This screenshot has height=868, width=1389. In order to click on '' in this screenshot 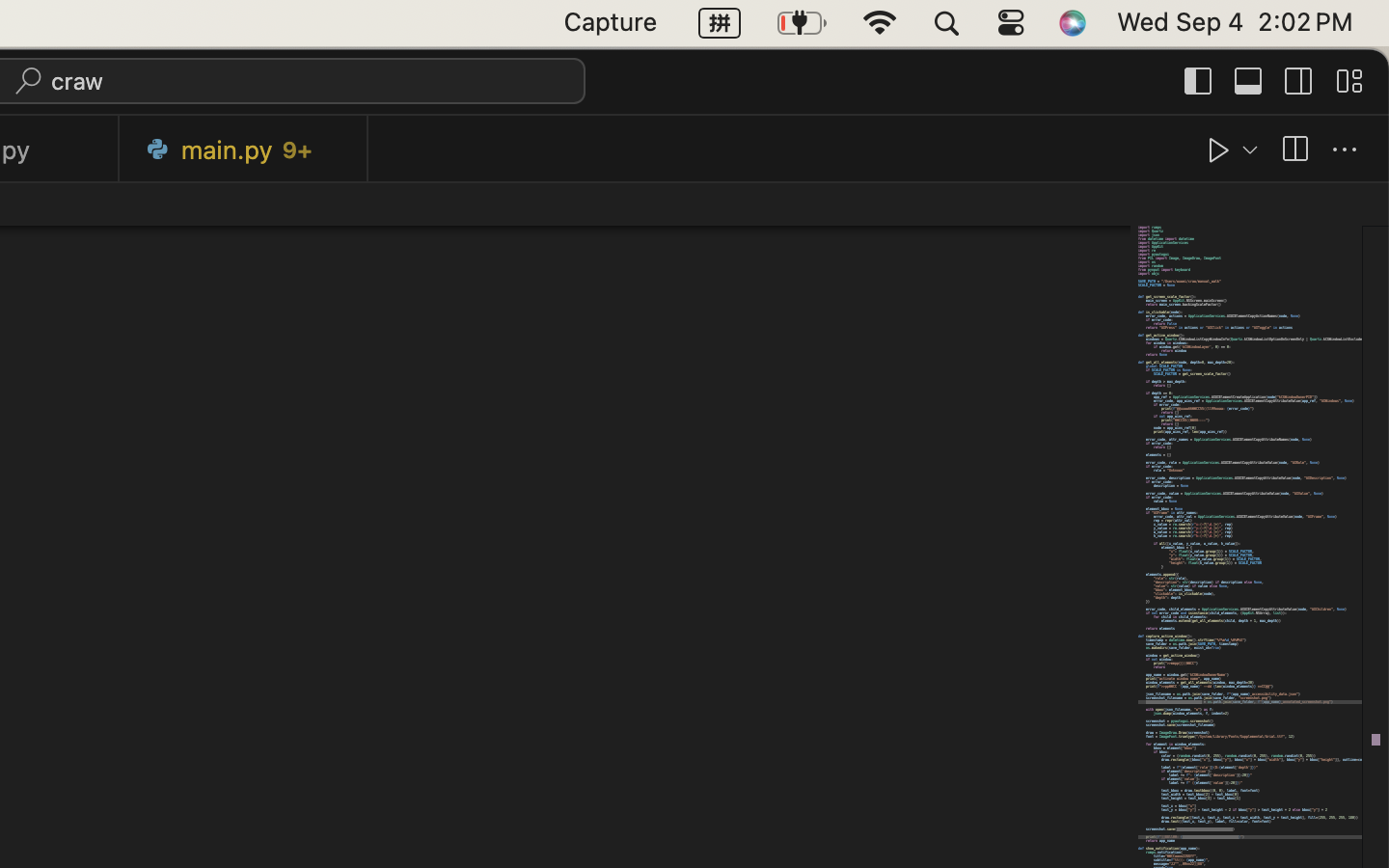, I will do `click(1348, 79)`.